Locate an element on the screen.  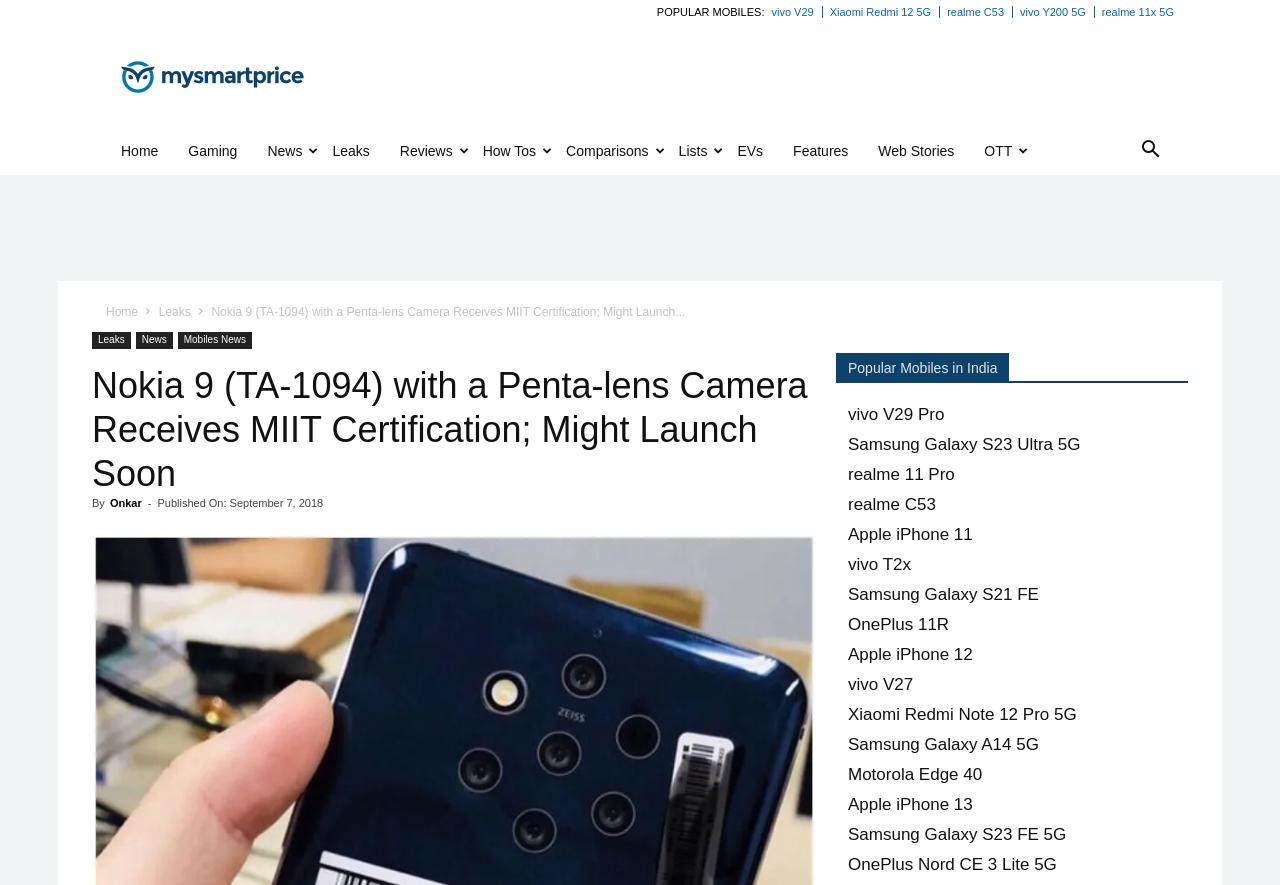
'-' is located at coordinates (146, 503).